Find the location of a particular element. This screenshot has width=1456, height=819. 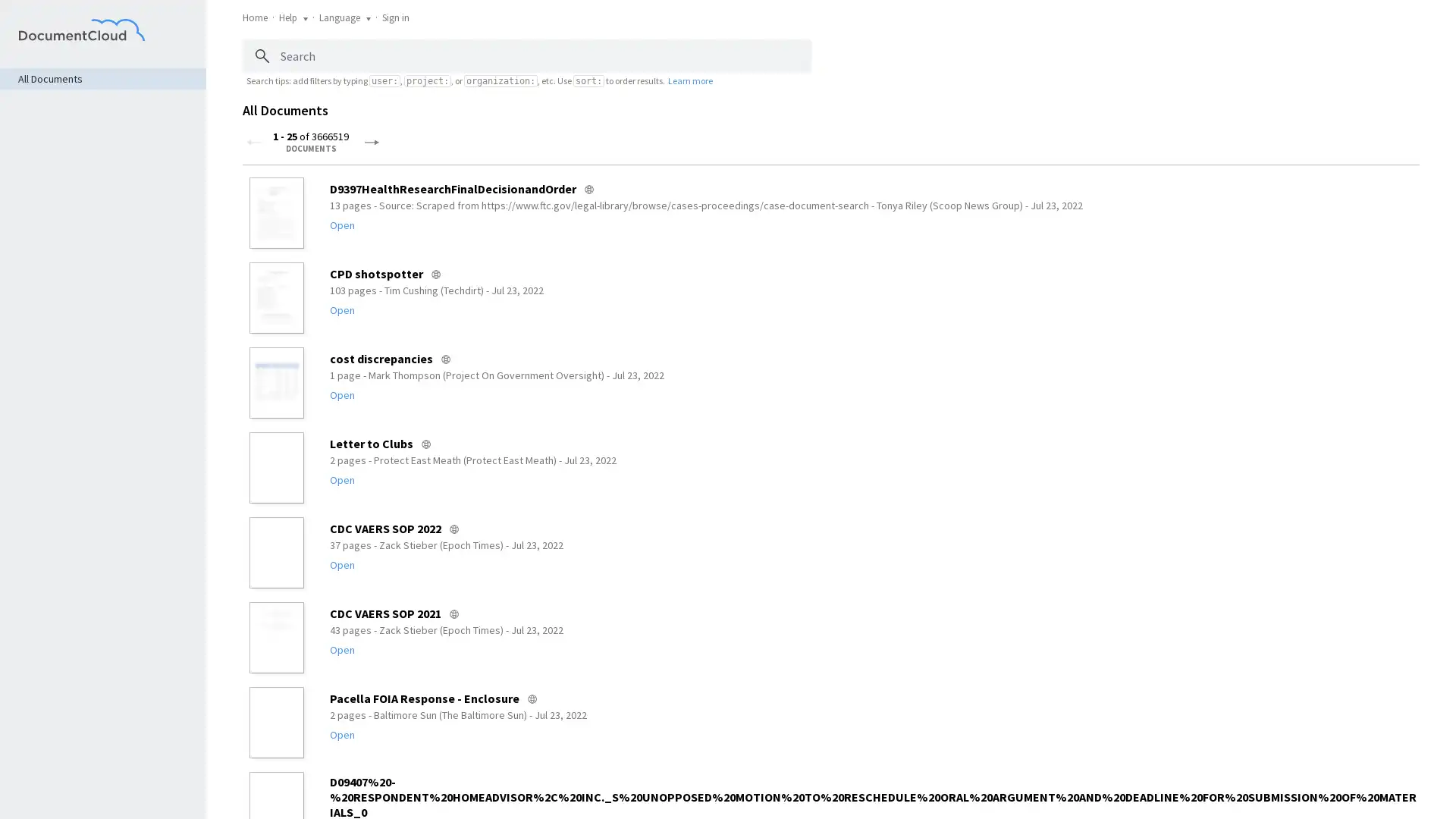

Learn more is located at coordinates (689, 80).